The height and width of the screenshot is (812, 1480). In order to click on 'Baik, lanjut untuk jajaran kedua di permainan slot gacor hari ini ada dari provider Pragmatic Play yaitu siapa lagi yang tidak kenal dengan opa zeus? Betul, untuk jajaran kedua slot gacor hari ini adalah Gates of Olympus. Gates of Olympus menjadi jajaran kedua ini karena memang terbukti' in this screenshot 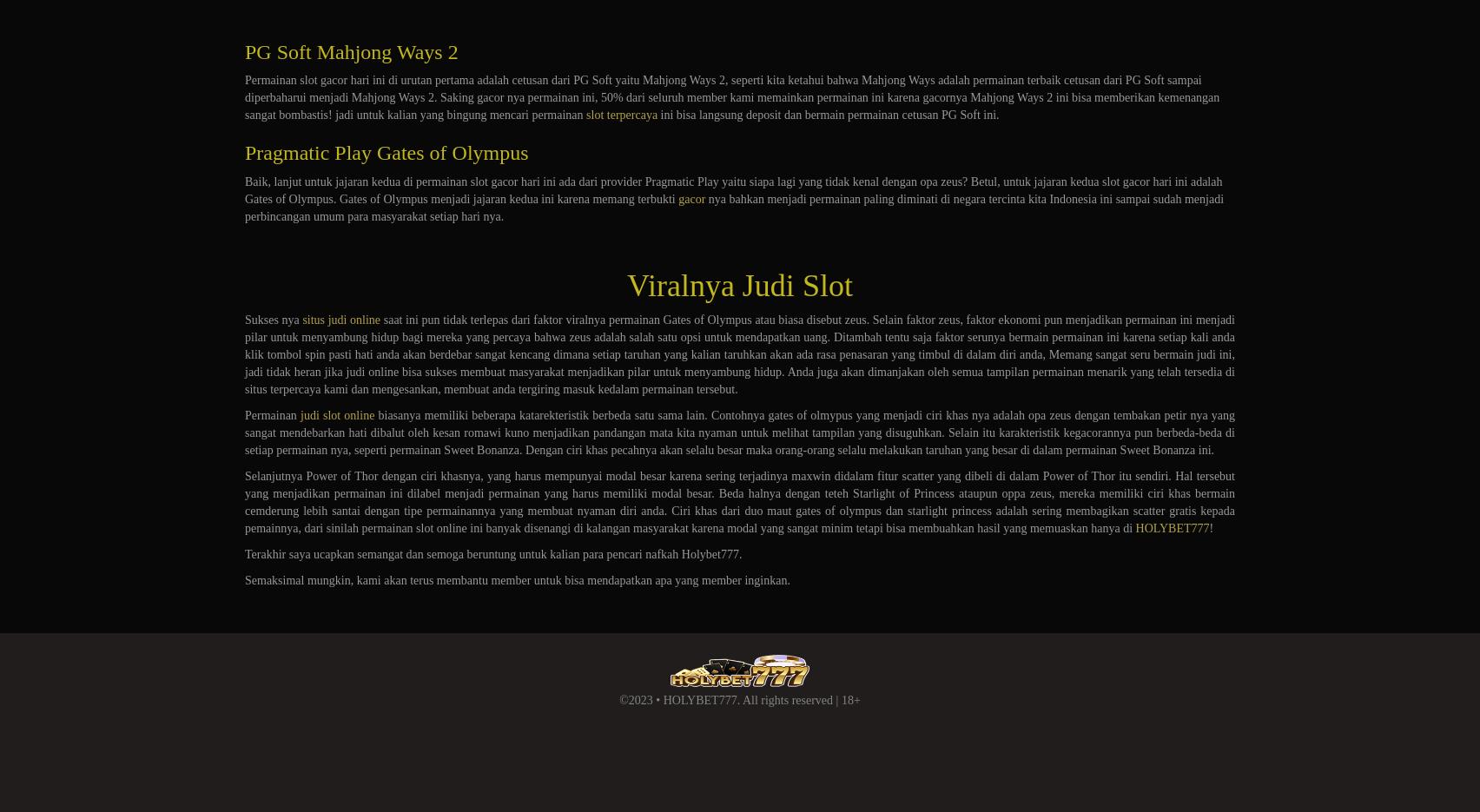, I will do `click(732, 189)`.